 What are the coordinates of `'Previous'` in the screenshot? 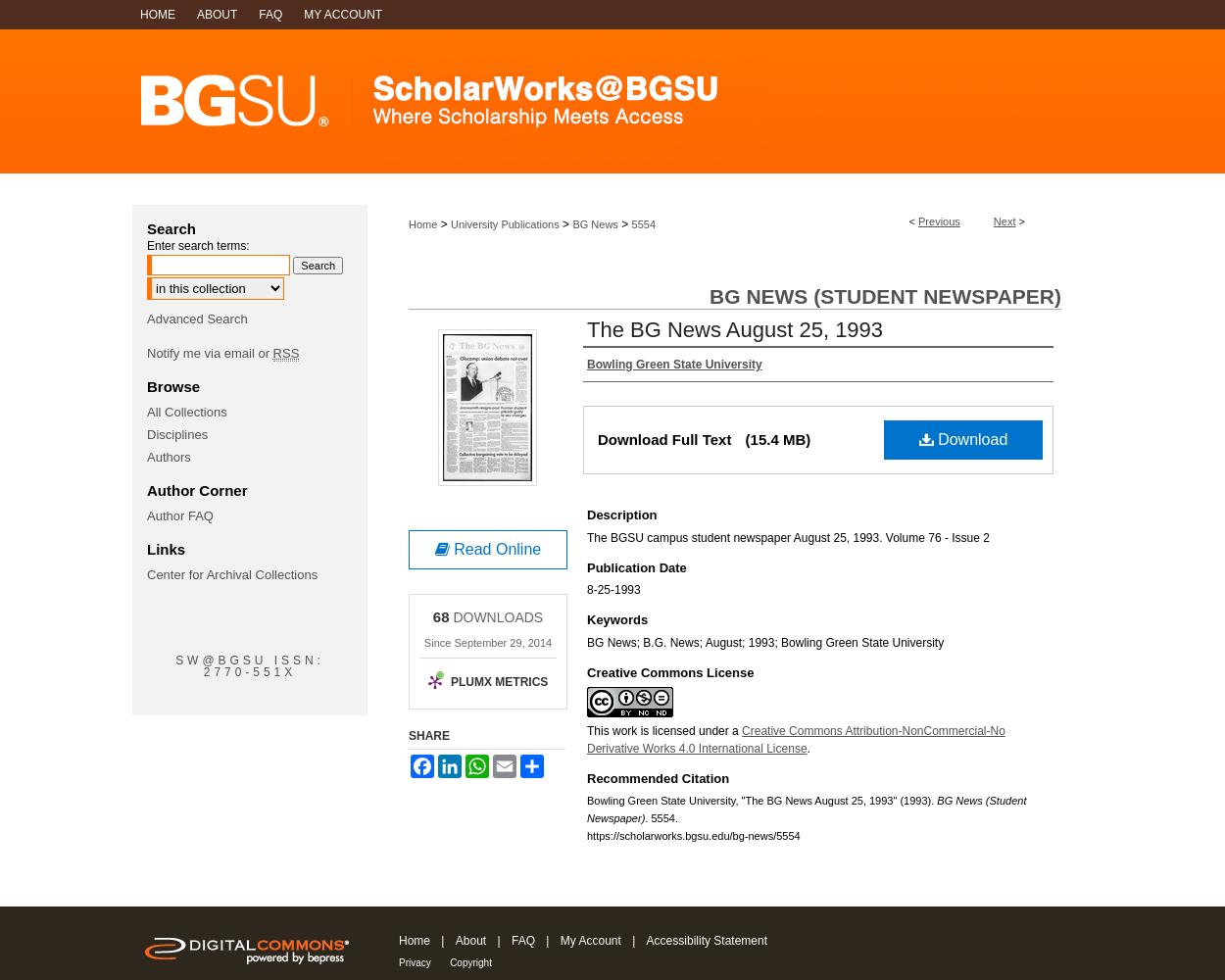 It's located at (938, 220).